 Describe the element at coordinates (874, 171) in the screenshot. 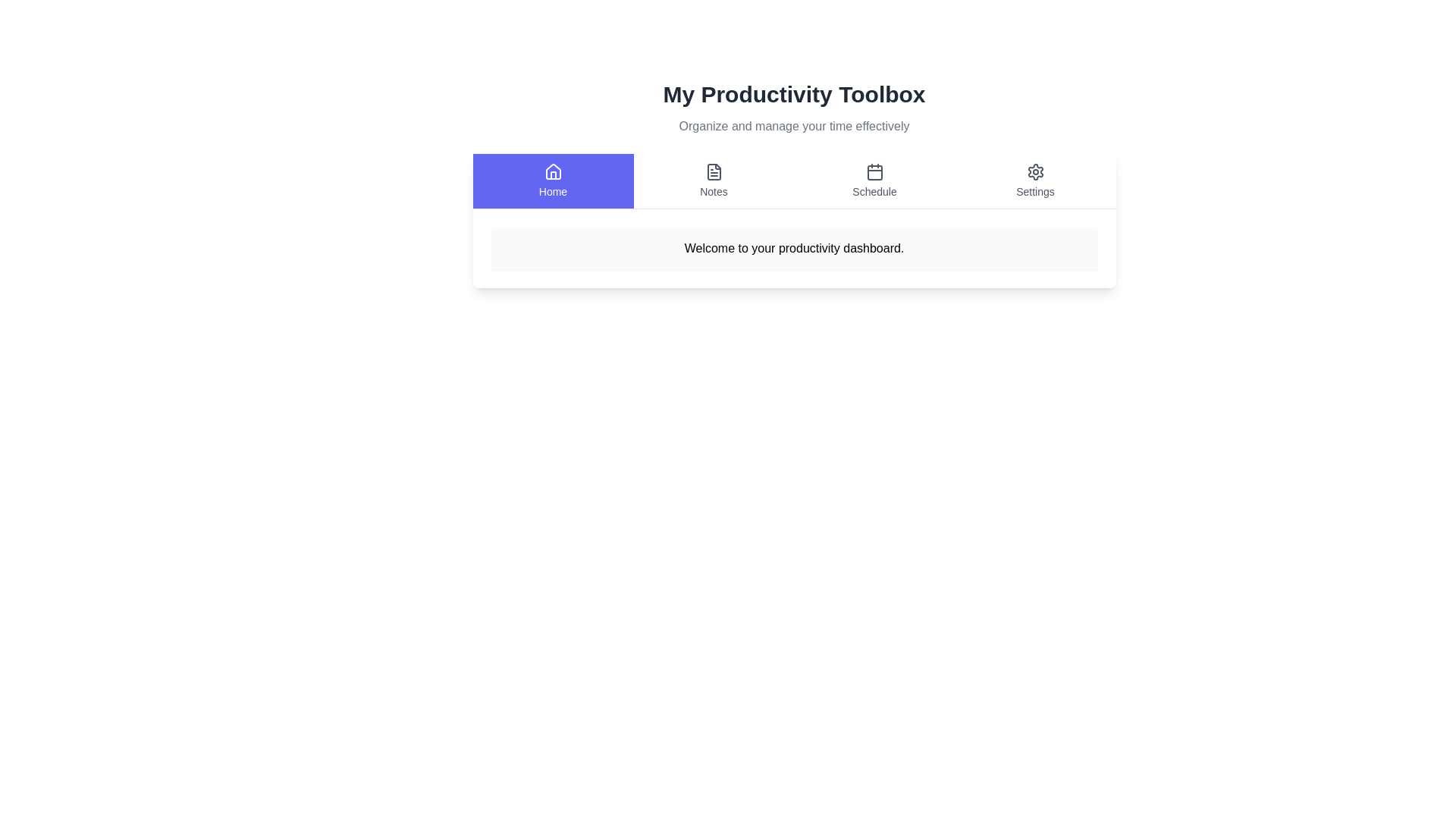

I see `the graphic element inside the 'Schedule' icon, which represents a specific date and is located between the 'Notes' icon and 'Settings' icon in the horizontal menu bar` at that location.